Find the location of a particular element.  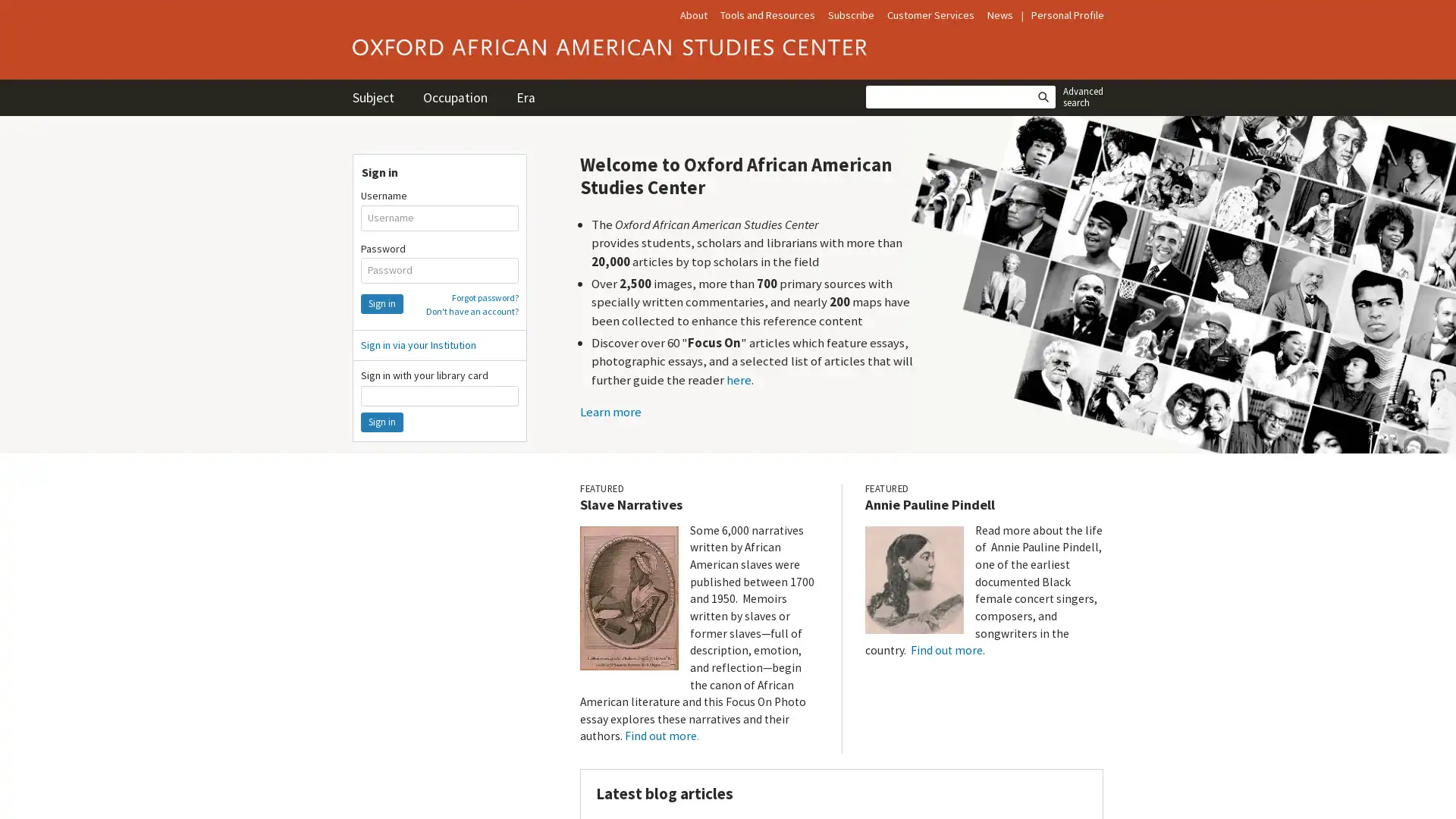

Search is located at coordinates (1043, 96).